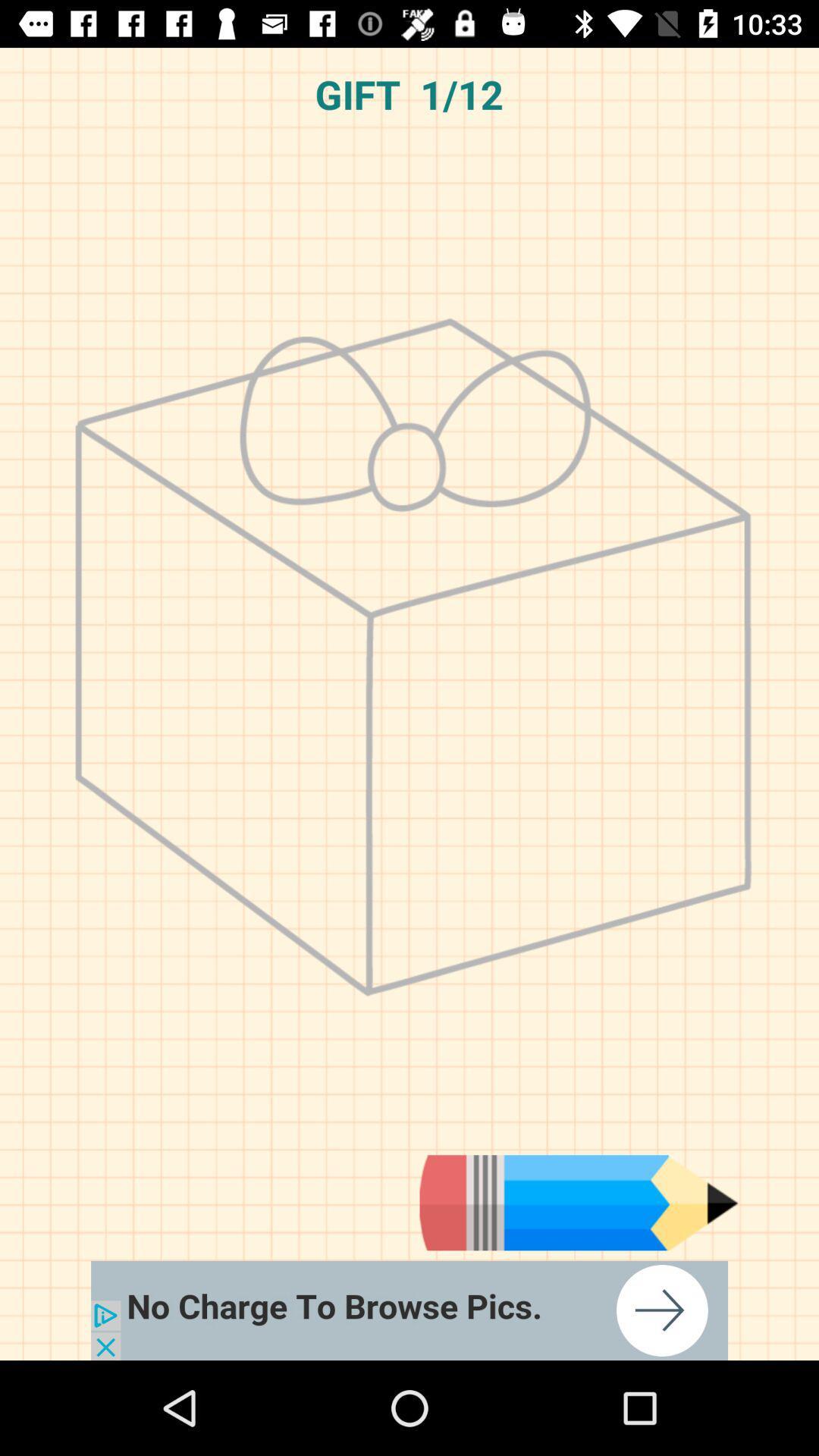  What do you see at coordinates (409, 1310) in the screenshot?
I see `browse pics for free` at bounding box center [409, 1310].